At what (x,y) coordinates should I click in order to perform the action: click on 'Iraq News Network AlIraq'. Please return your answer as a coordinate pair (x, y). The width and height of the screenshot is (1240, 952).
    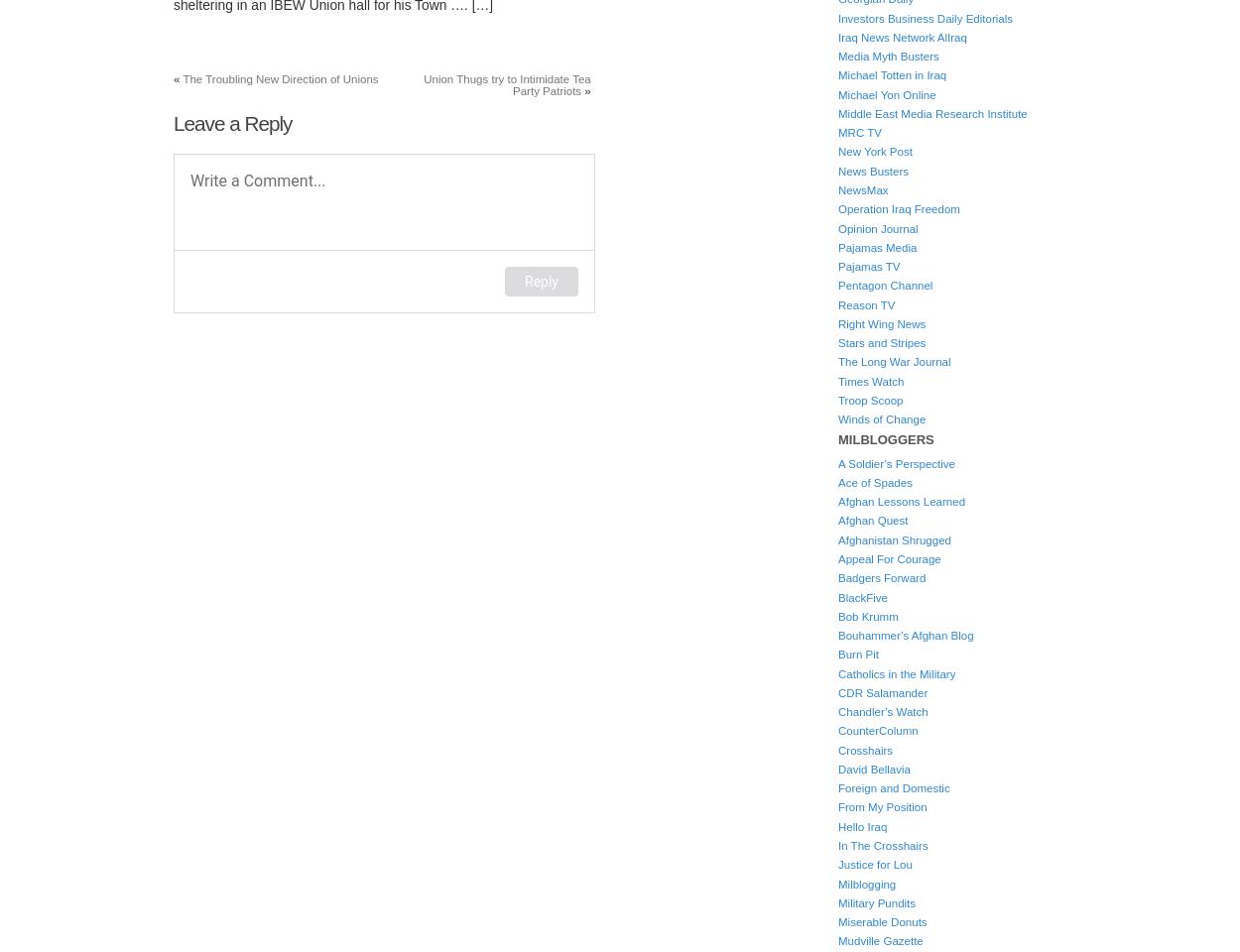
    Looking at the image, I should click on (902, 35).